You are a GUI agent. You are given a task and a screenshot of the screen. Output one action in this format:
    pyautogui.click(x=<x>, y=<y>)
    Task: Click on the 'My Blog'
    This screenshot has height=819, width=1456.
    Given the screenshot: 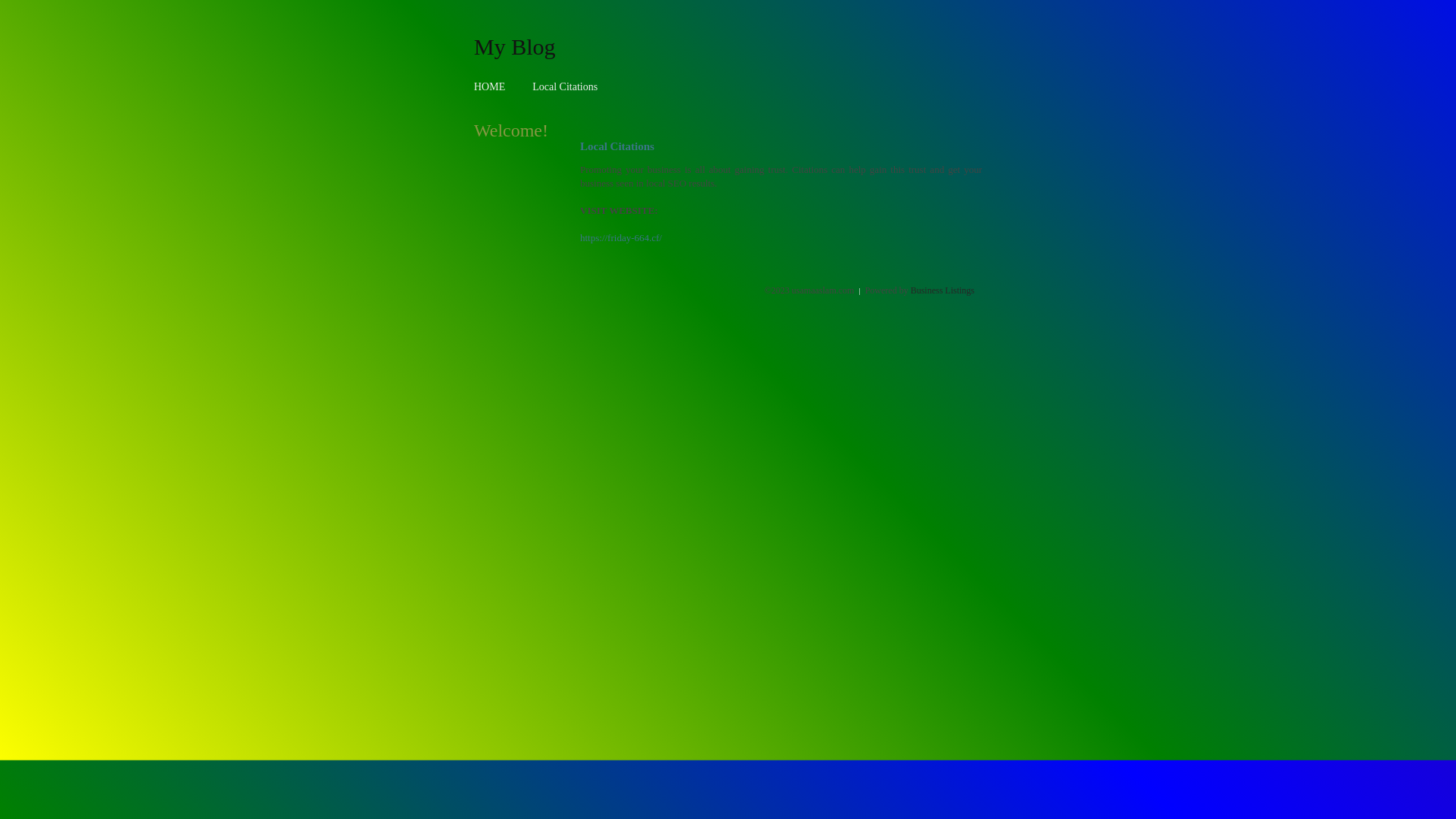 What is the action you would take?
    pyautogui.click(x=514, y=45)
    